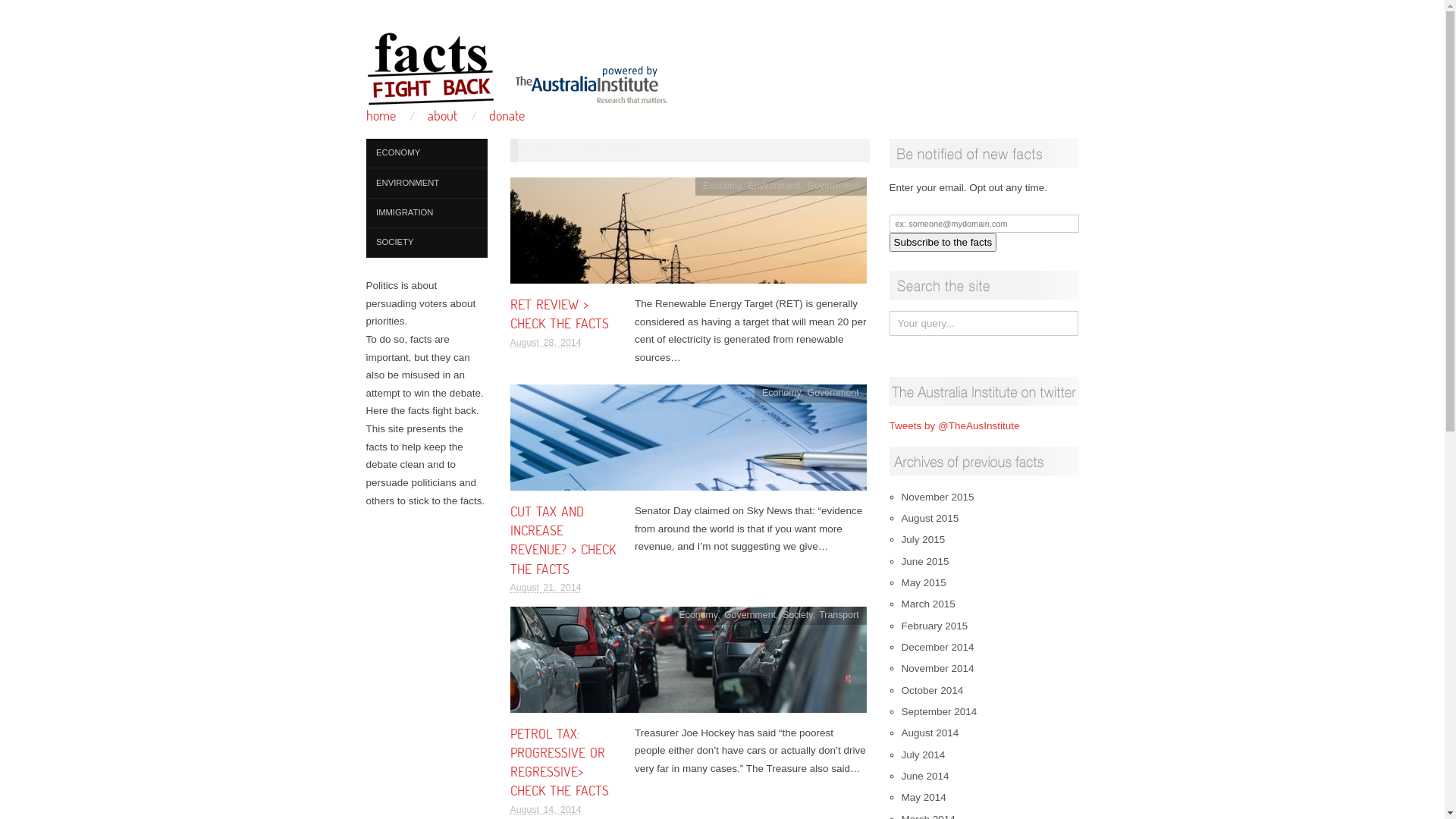 Image resolution: width=1456 pixels, height=819 pixels. Describe the element at coordinates (952, 425) in the screenshot. I see `'Tweets by @TheAusInstitute'` at that location.